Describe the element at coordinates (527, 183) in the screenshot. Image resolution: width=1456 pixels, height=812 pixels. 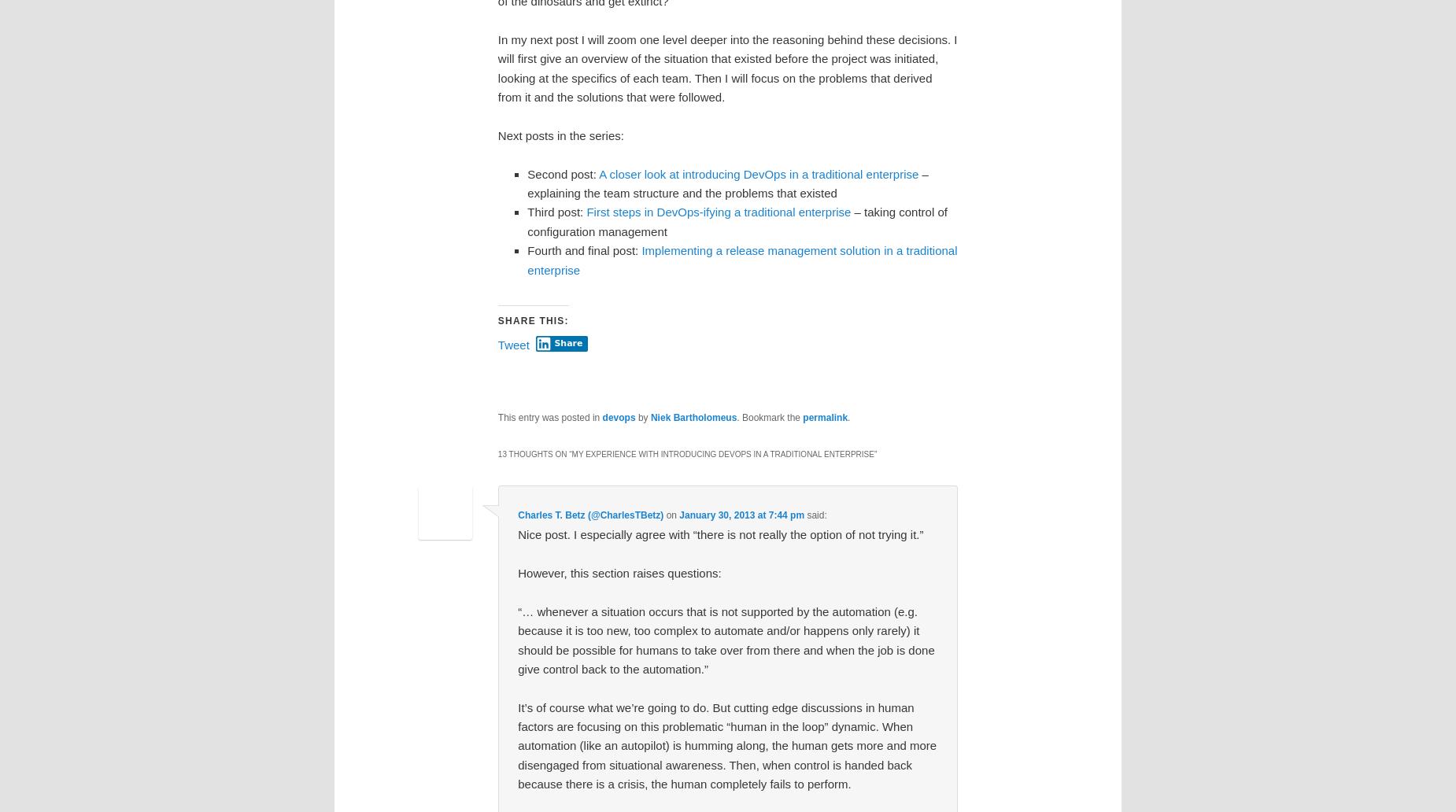
I see `'– explaining the team structure and the problems that existed'` at that location.